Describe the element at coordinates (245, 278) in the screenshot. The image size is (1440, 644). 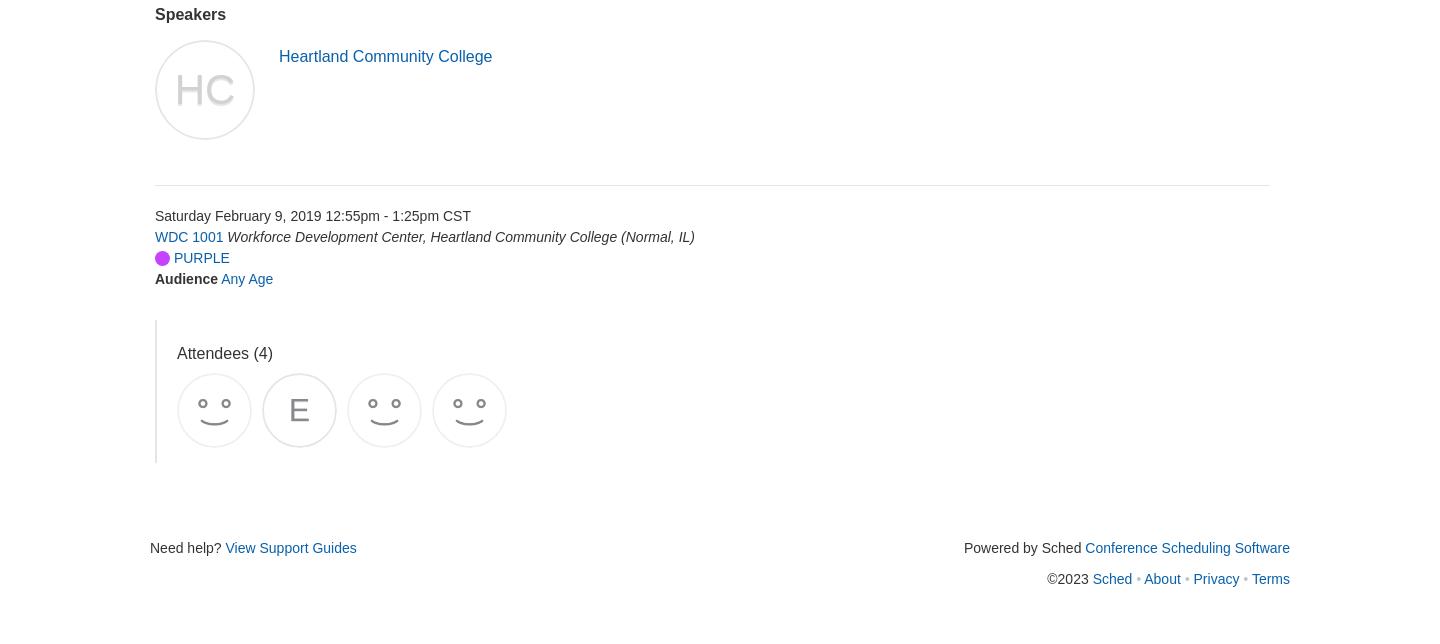
I see `'Any Age'` at that location.